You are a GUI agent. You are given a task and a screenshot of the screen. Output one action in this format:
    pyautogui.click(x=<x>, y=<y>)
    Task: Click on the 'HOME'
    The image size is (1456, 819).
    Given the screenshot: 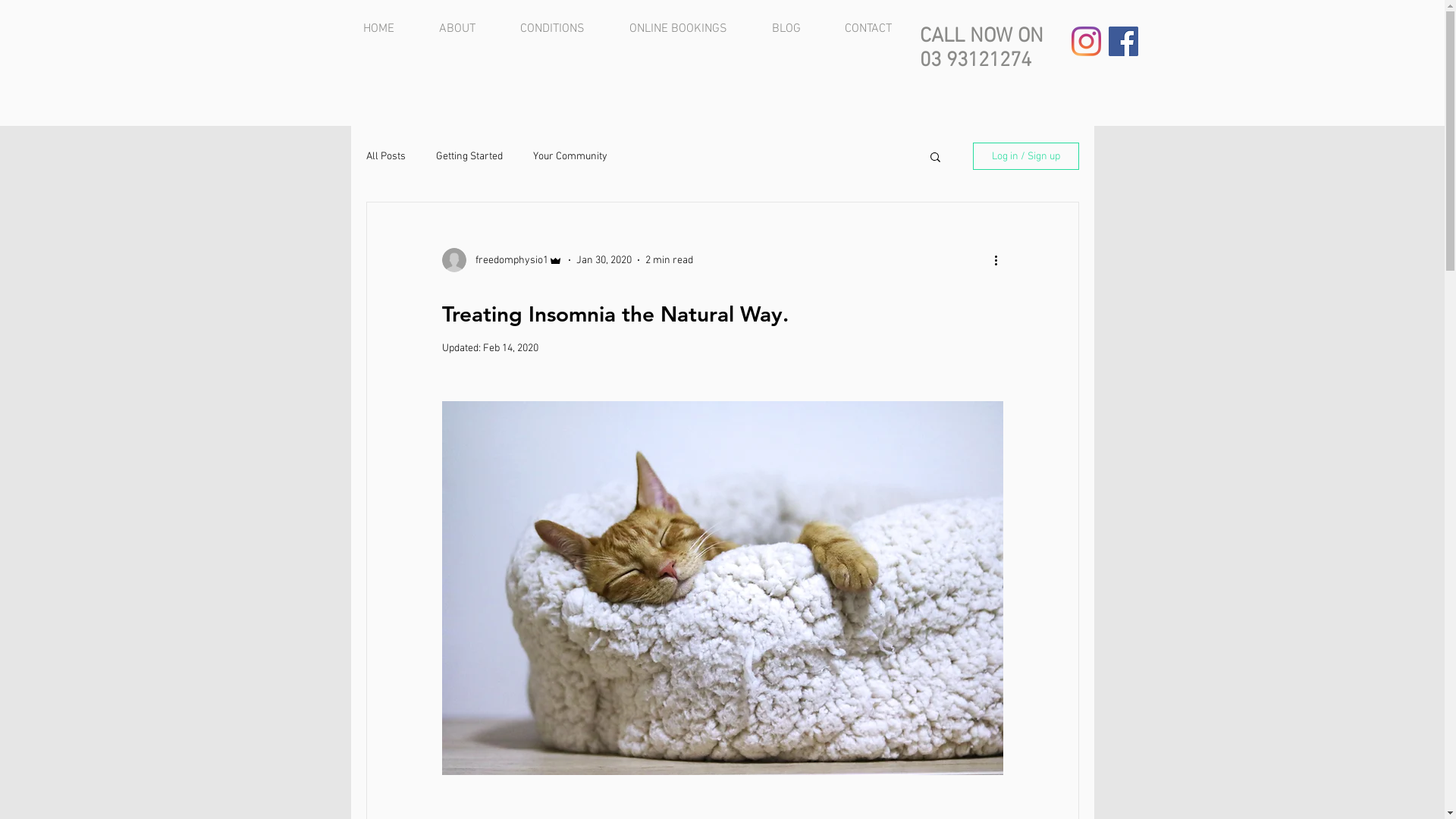 What is the action you would take?
    pyautogui.click(x=389, y=29)
    